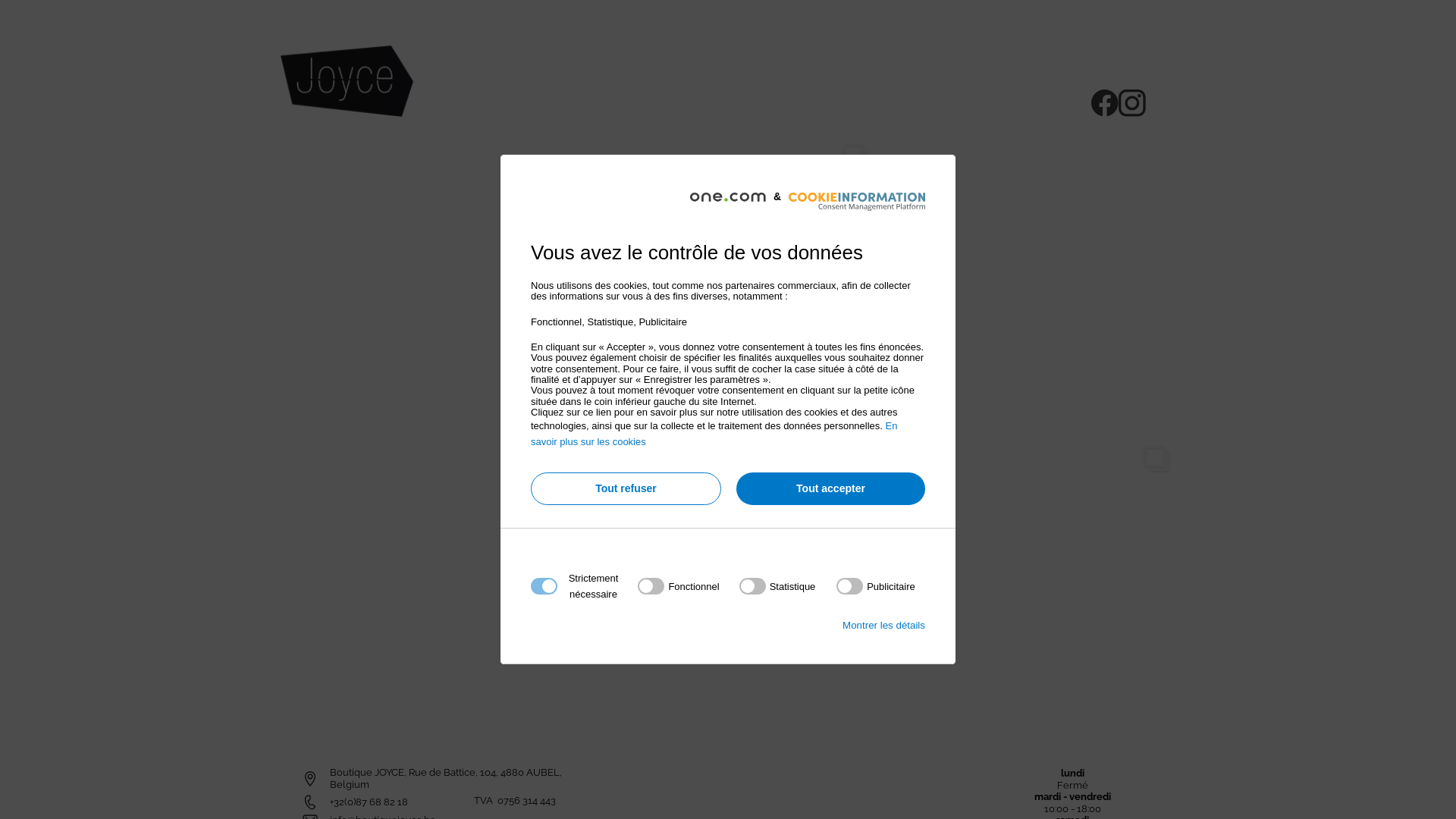 The image size is (1456, 819). What do you see at coordinates (713, 433) in the screenshot?
I see `'En savoir plus sur les cookies'` at bounding box center [713, 433].